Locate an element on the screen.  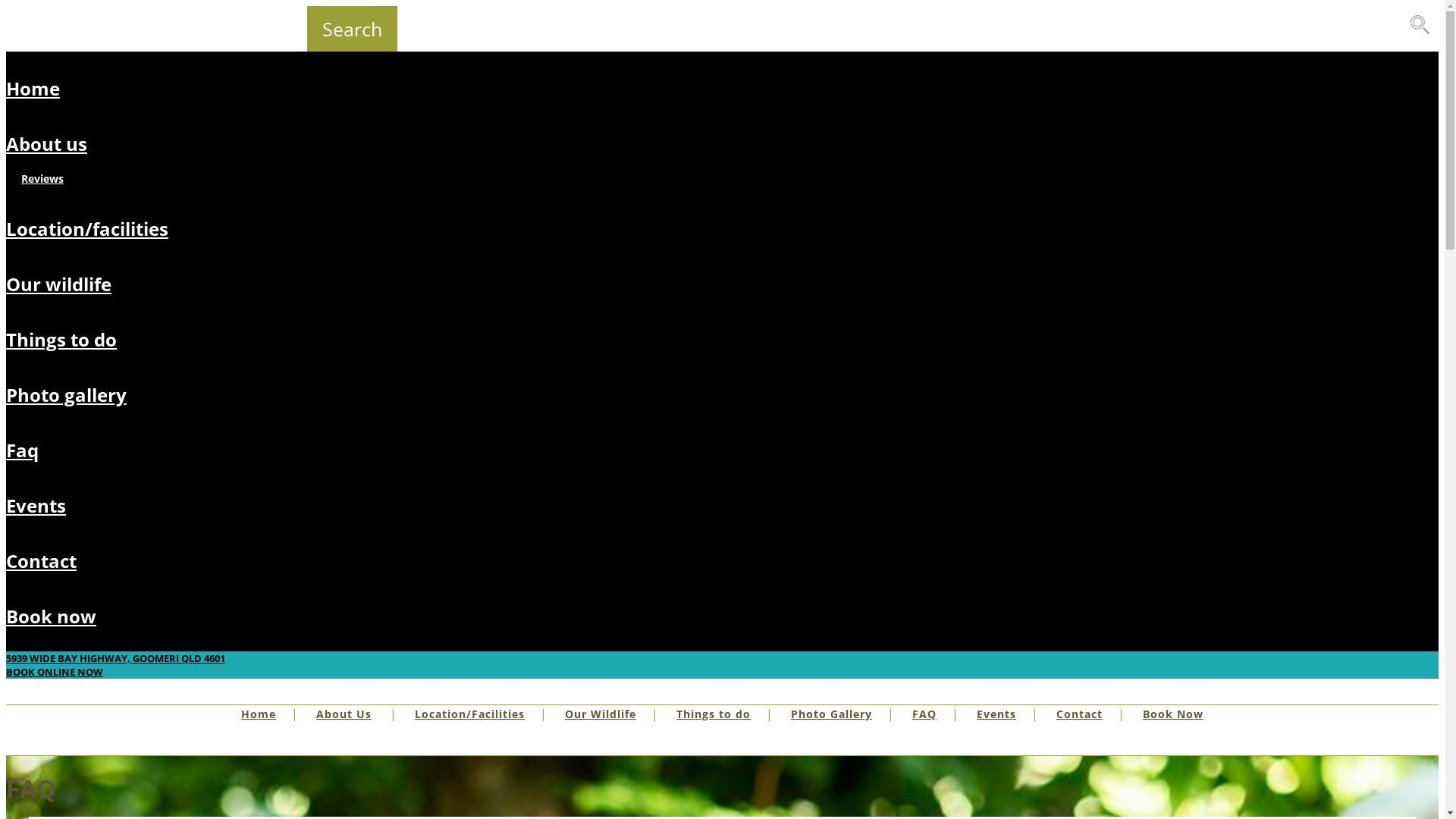
'reviews' is located at coordinates (42, 177).